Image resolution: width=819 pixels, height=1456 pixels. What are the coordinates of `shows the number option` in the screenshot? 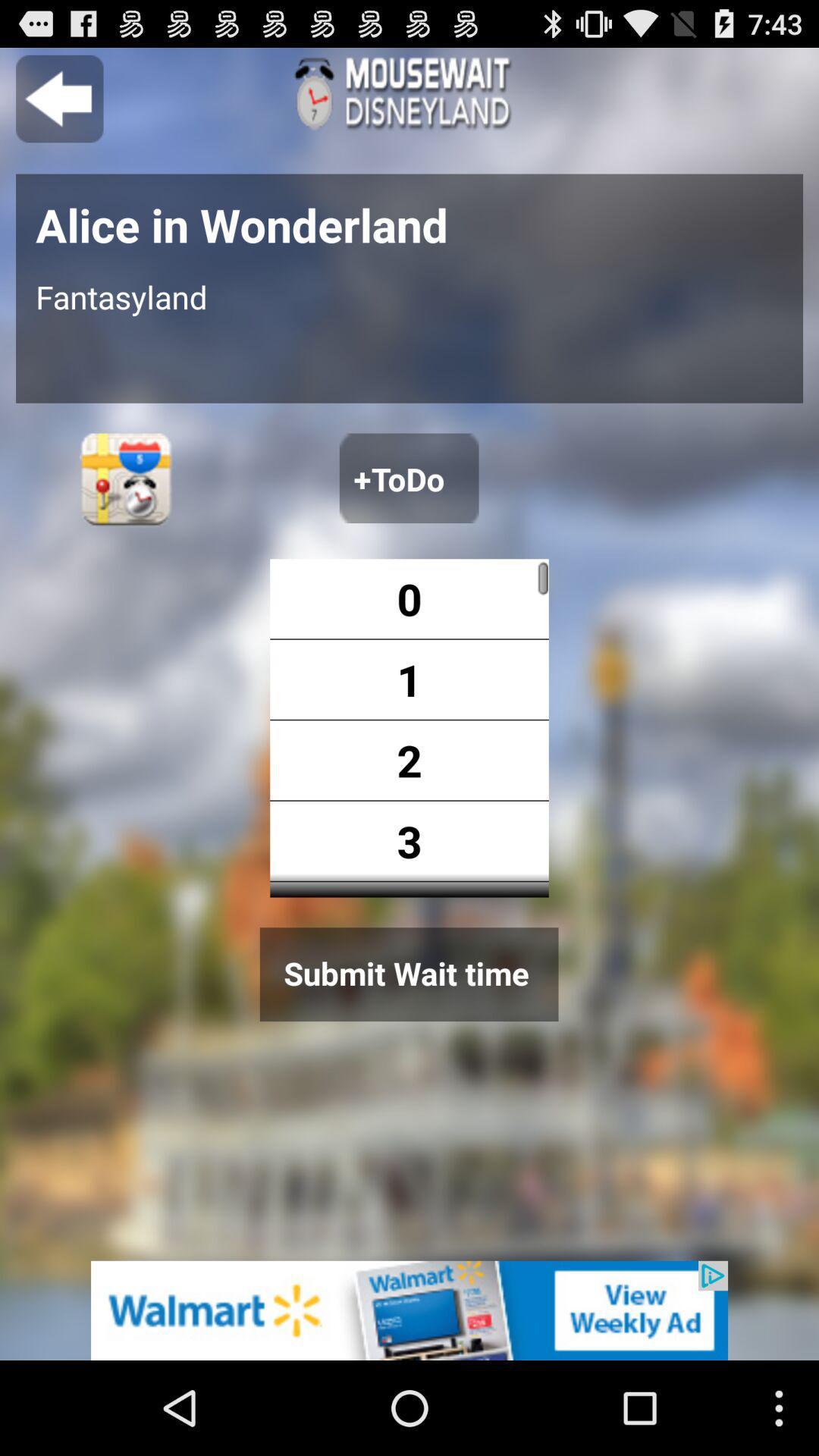 It's located at (499, 728).